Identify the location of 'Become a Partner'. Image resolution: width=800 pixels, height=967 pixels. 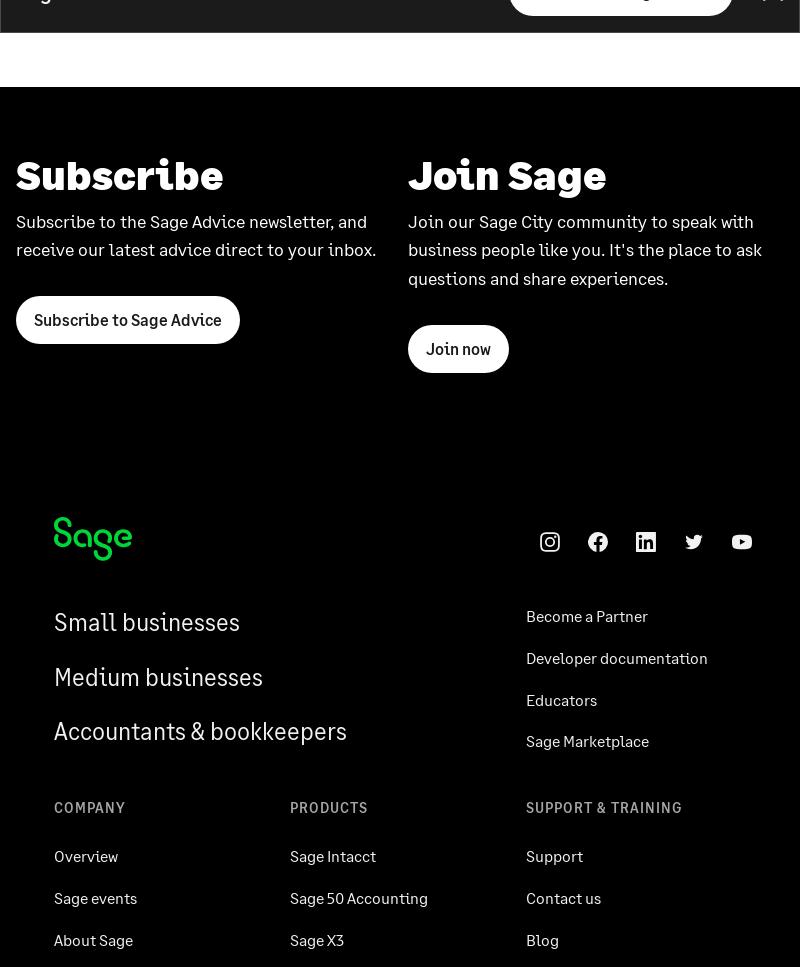
(586, 615).